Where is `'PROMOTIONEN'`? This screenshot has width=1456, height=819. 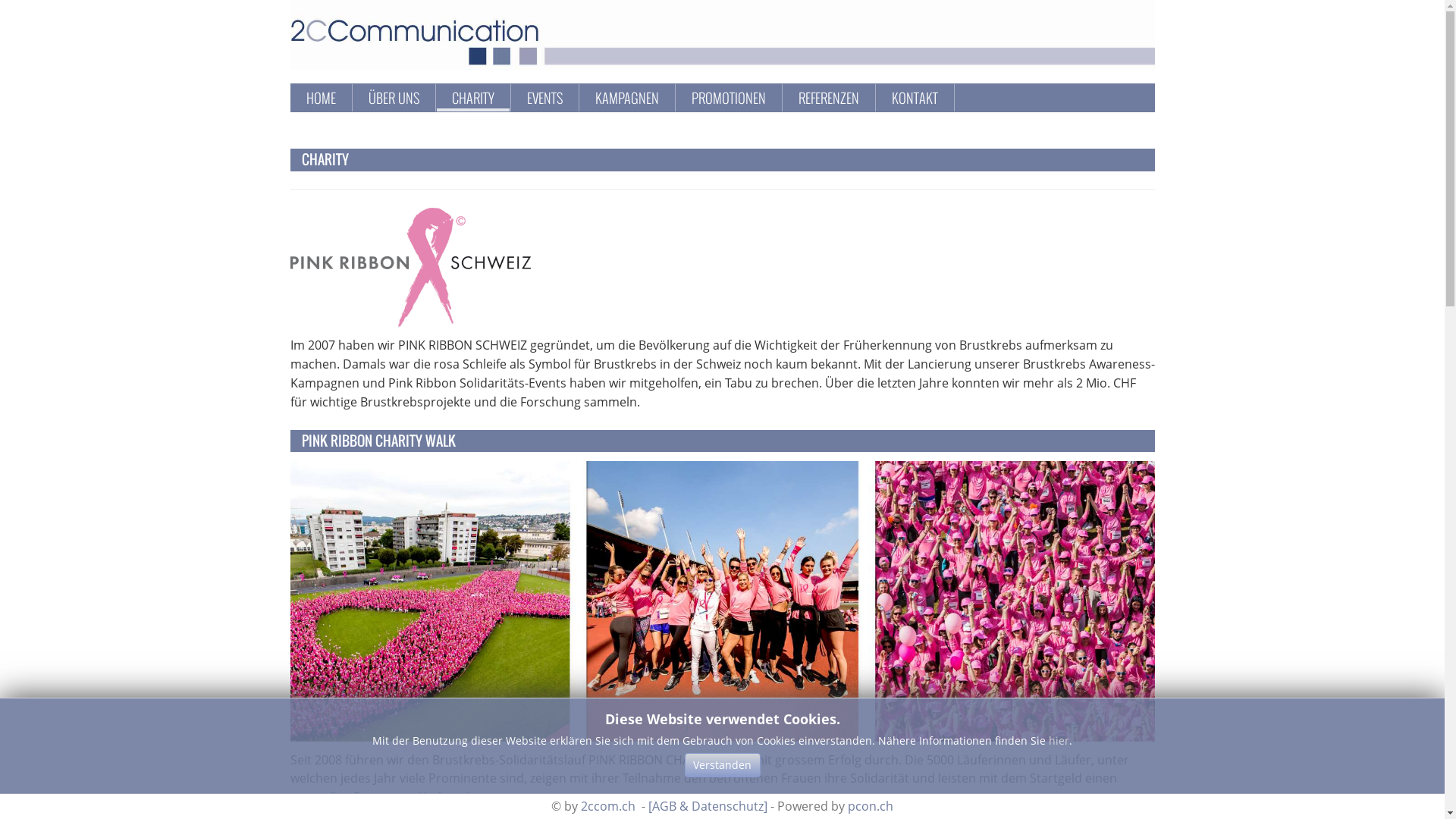 'PROMOTIONEN' is located at coordinates (728, 97).